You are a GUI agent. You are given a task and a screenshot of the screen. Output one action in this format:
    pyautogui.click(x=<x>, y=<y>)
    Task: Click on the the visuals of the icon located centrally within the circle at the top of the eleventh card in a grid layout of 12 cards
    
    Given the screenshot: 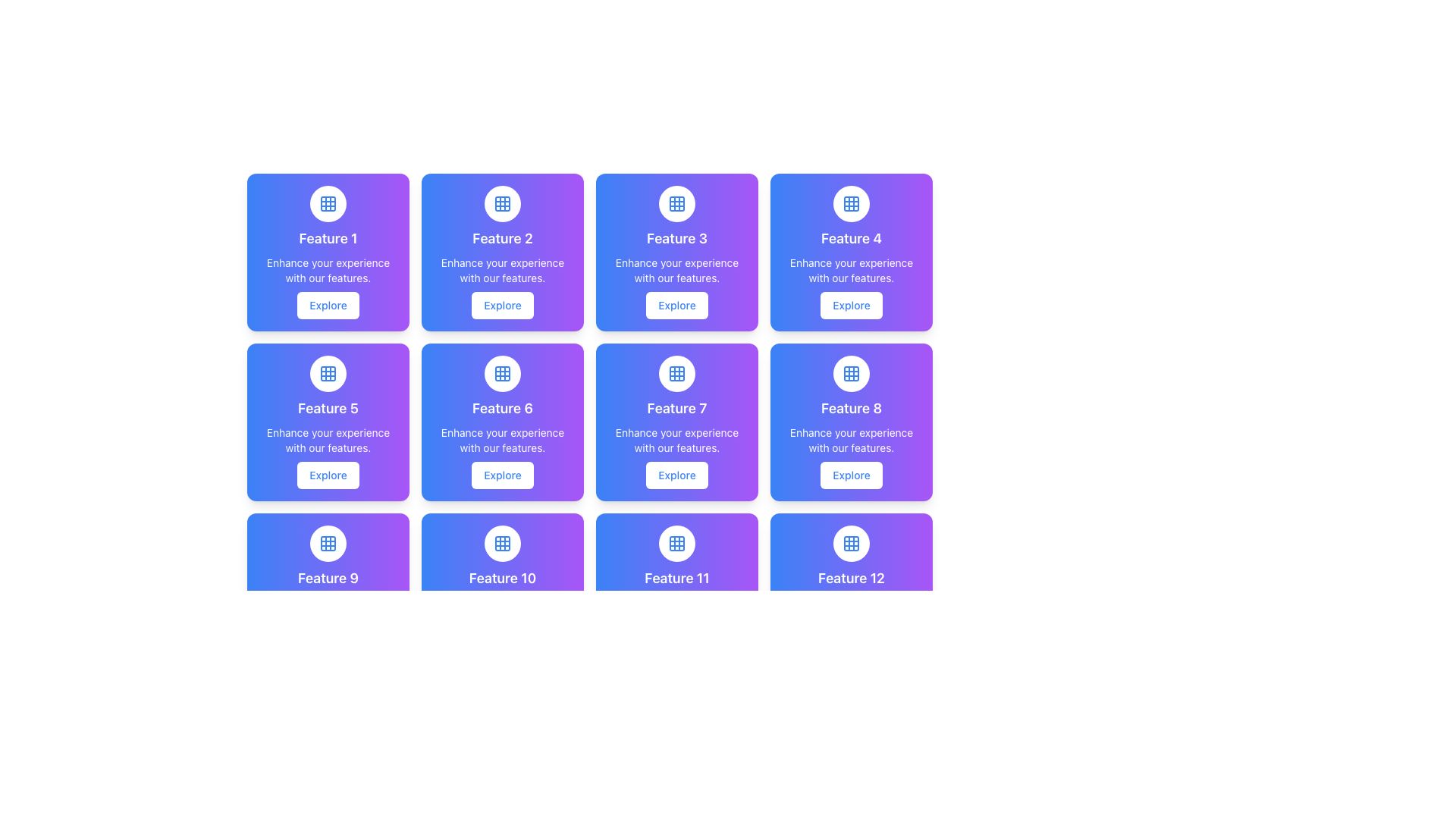 What is the action you would take?
    pyautogui.click(x=676, y=543)
    